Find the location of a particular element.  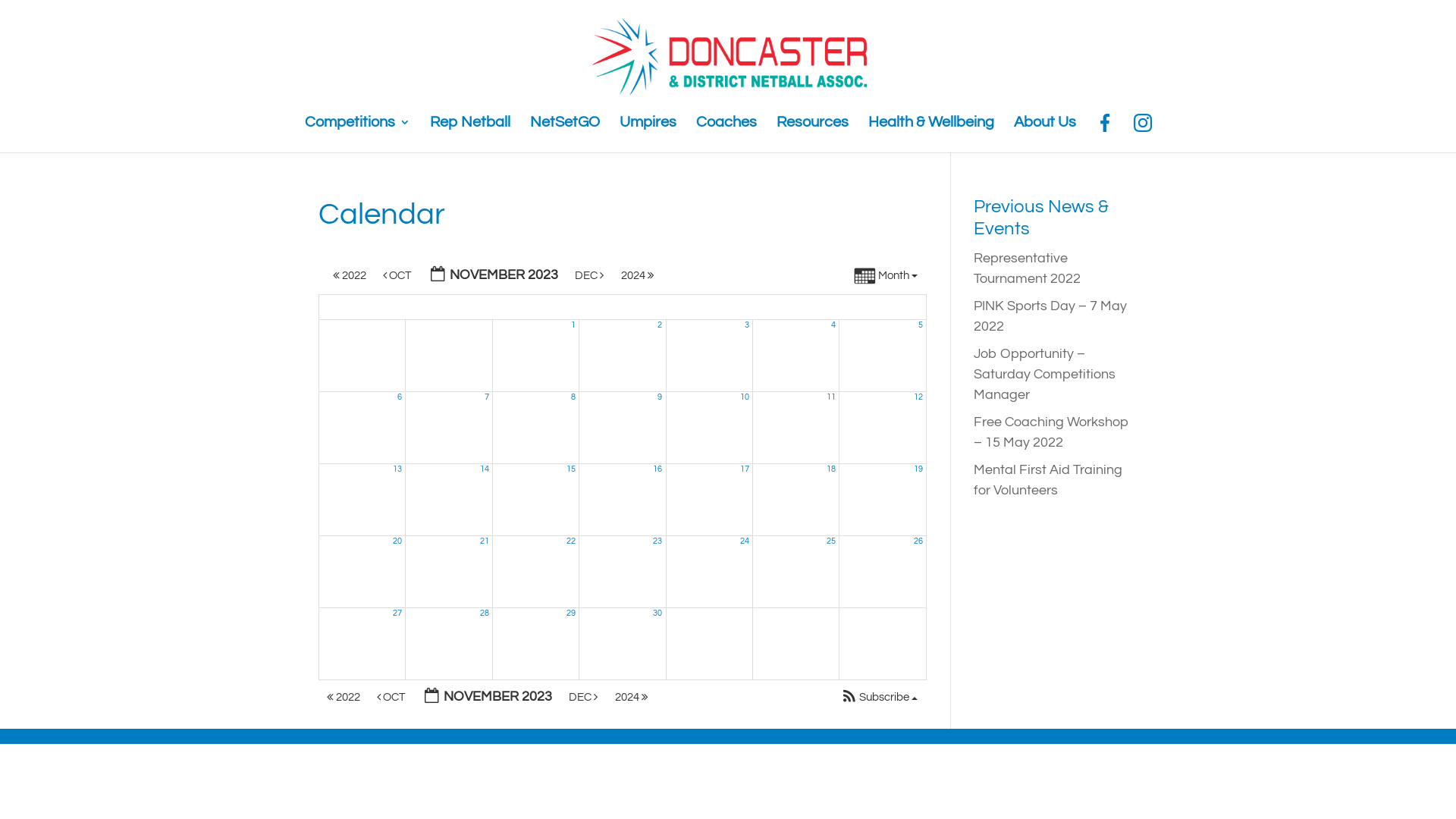

'NetSetGO' is located at coordinates (563, 131).